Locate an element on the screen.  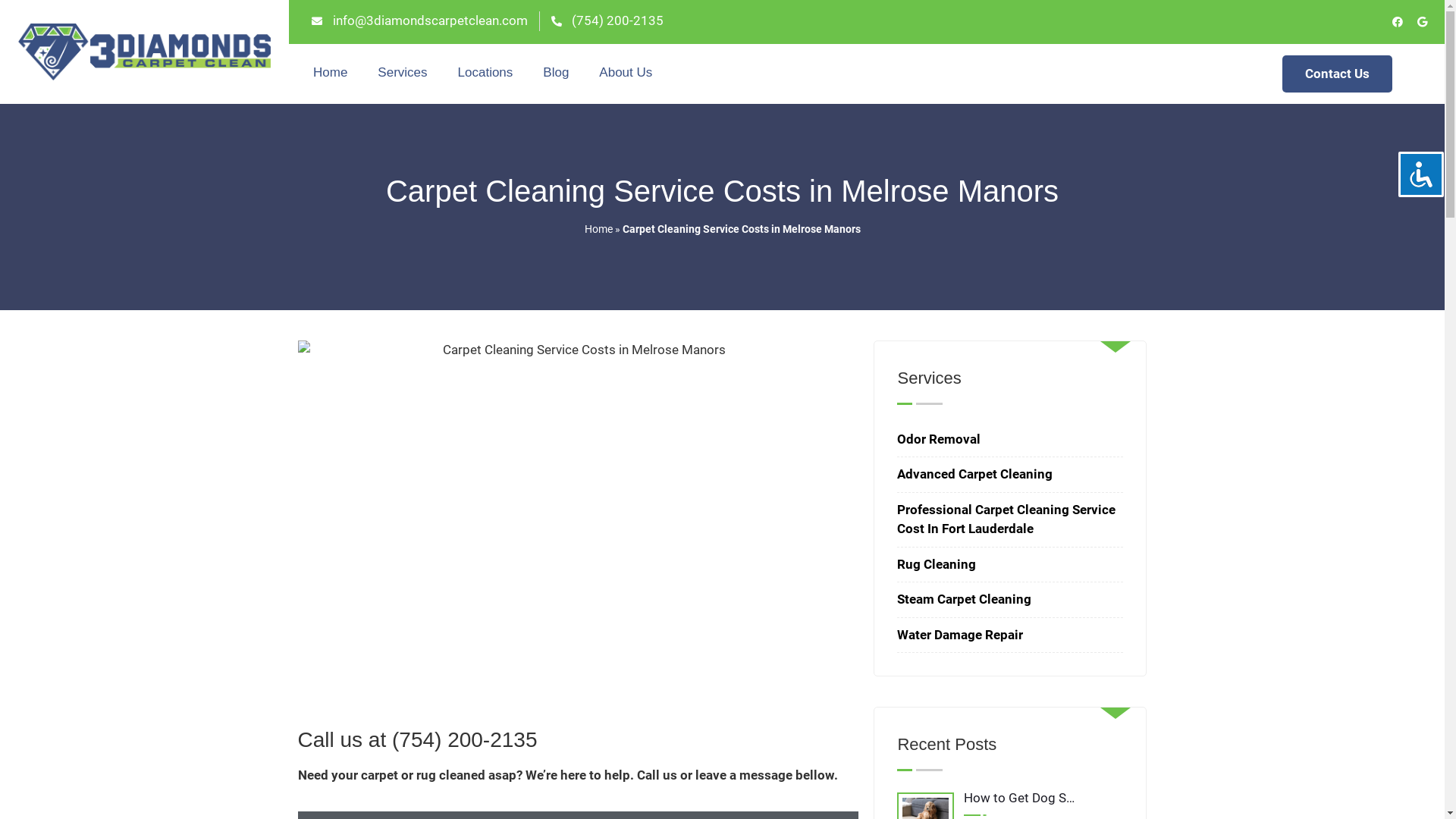
'Steam Carpet Cleaning' is located at coordinates (963, 598).